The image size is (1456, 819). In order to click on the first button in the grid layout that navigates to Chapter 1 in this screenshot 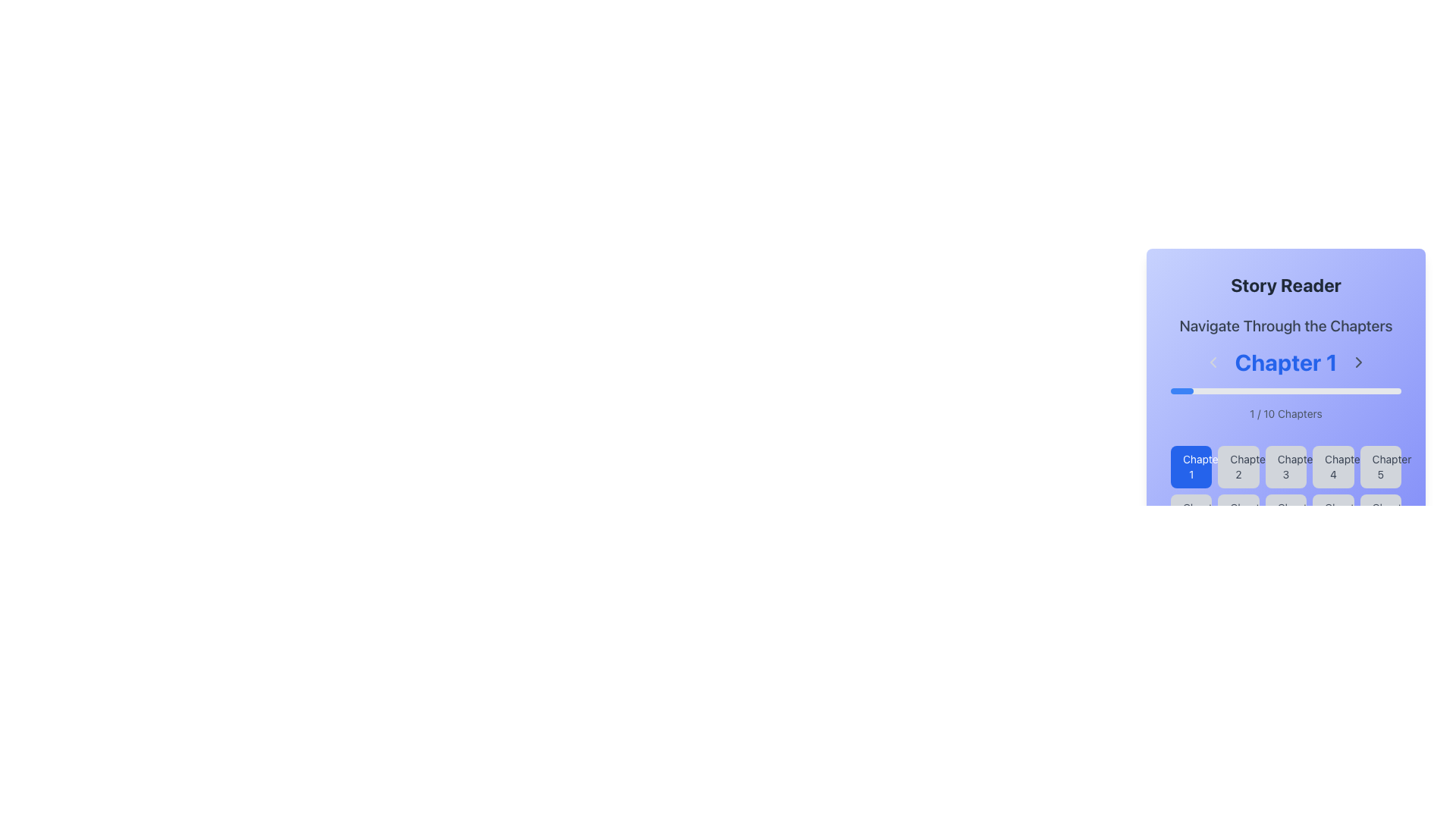, I will do `click(1191, 466)`.